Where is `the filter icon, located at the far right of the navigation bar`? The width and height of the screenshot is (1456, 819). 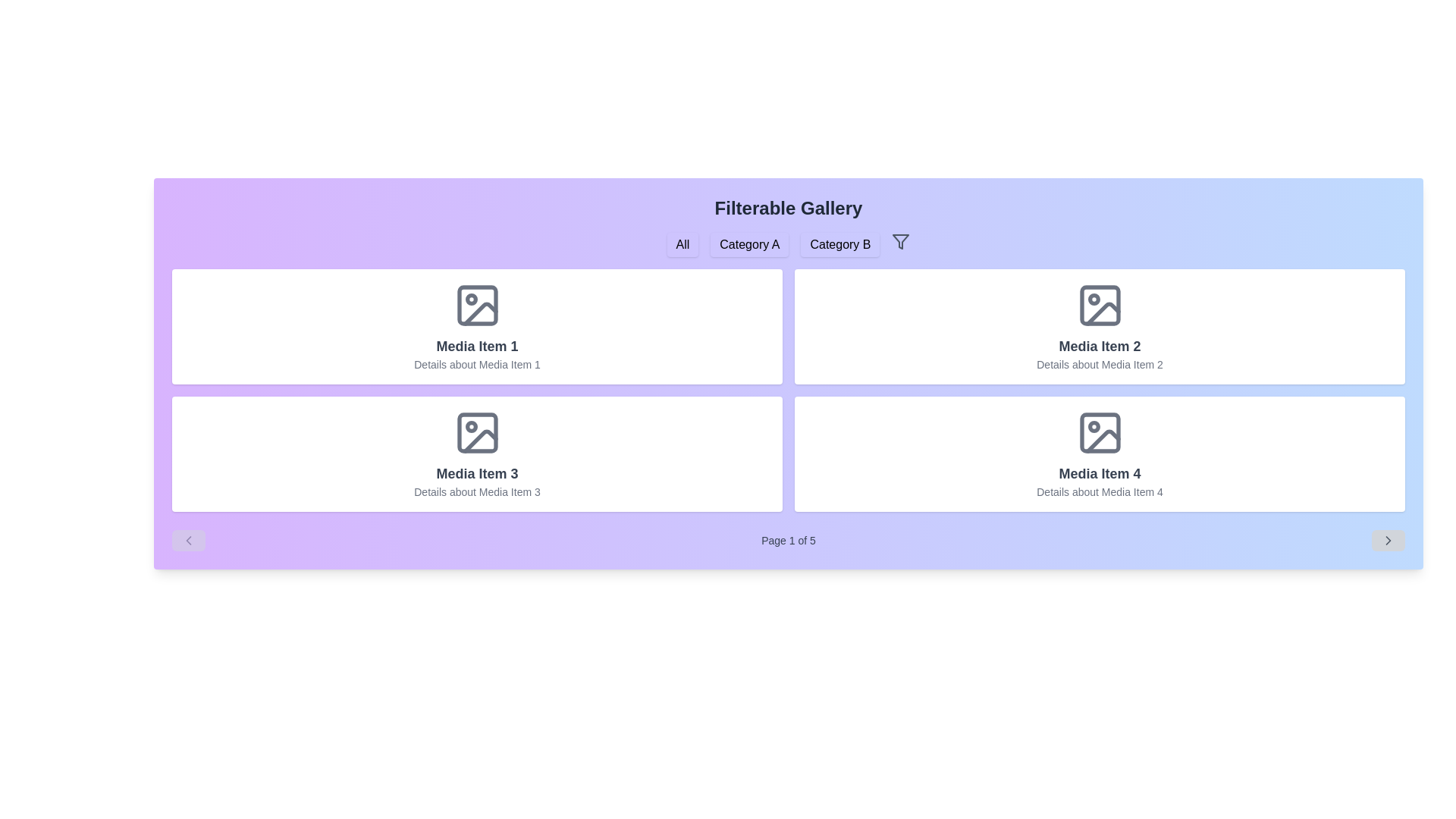
the filter icon, located at the far right of the navigation bar is located at coordinates (901, 241).